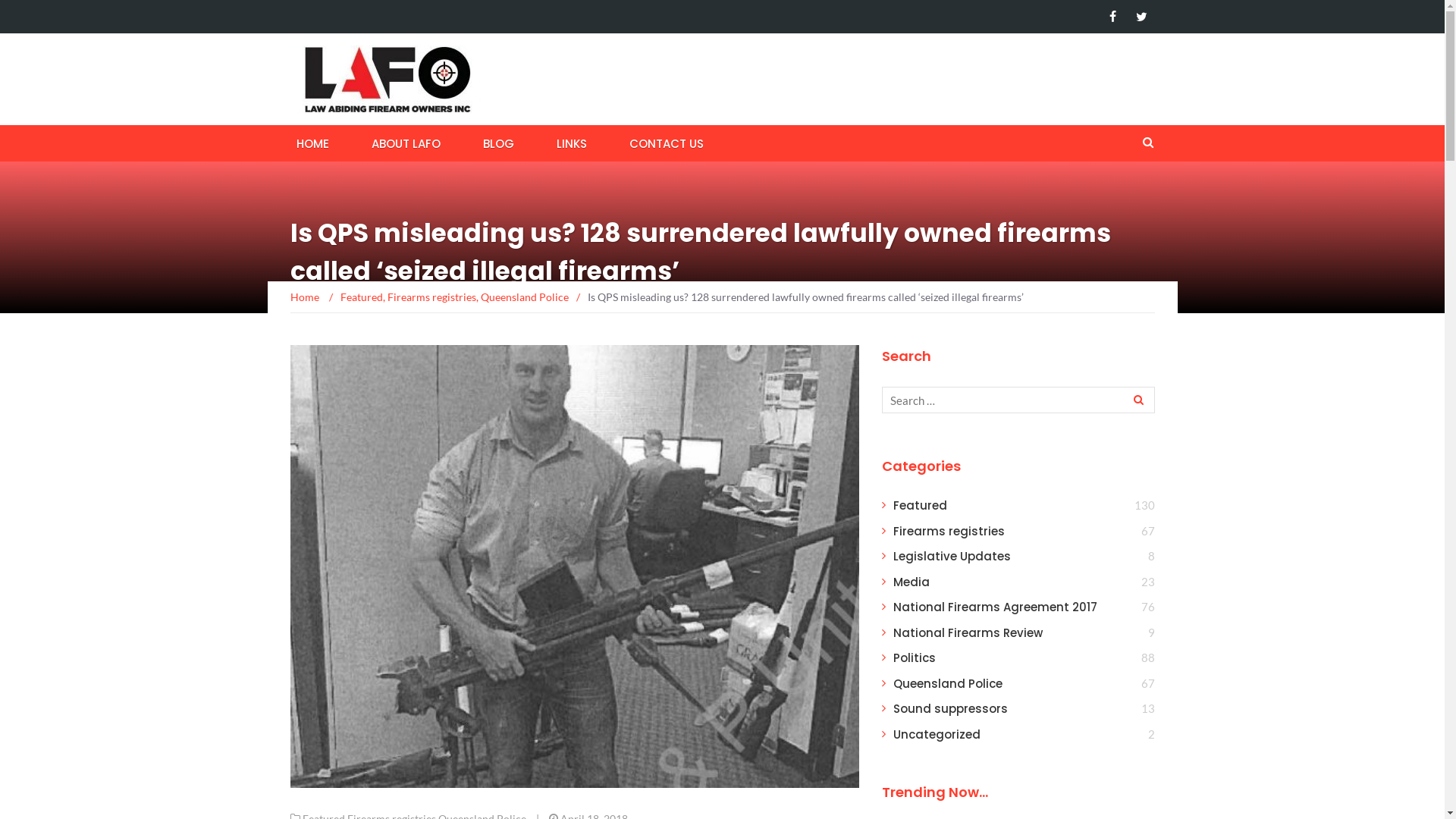  Describe the element at coordinates (290, 297) in the screenshot. I see `'Home'` at that location.